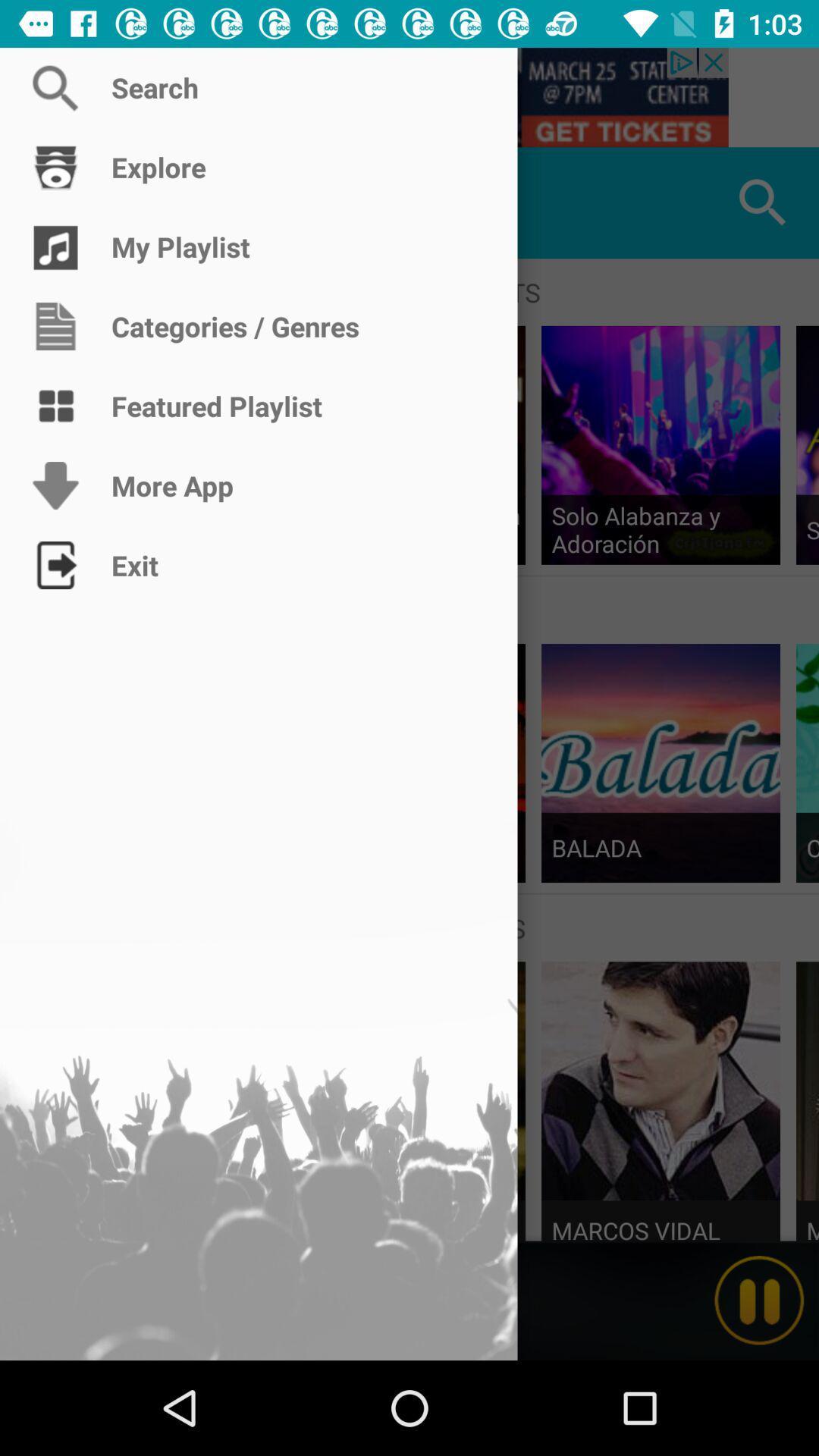 Image resolution: width=819 pixels, height=1456 pixels. Describe the element at coordinates (409, 96) in the screenshot. I see `search option` at that location.